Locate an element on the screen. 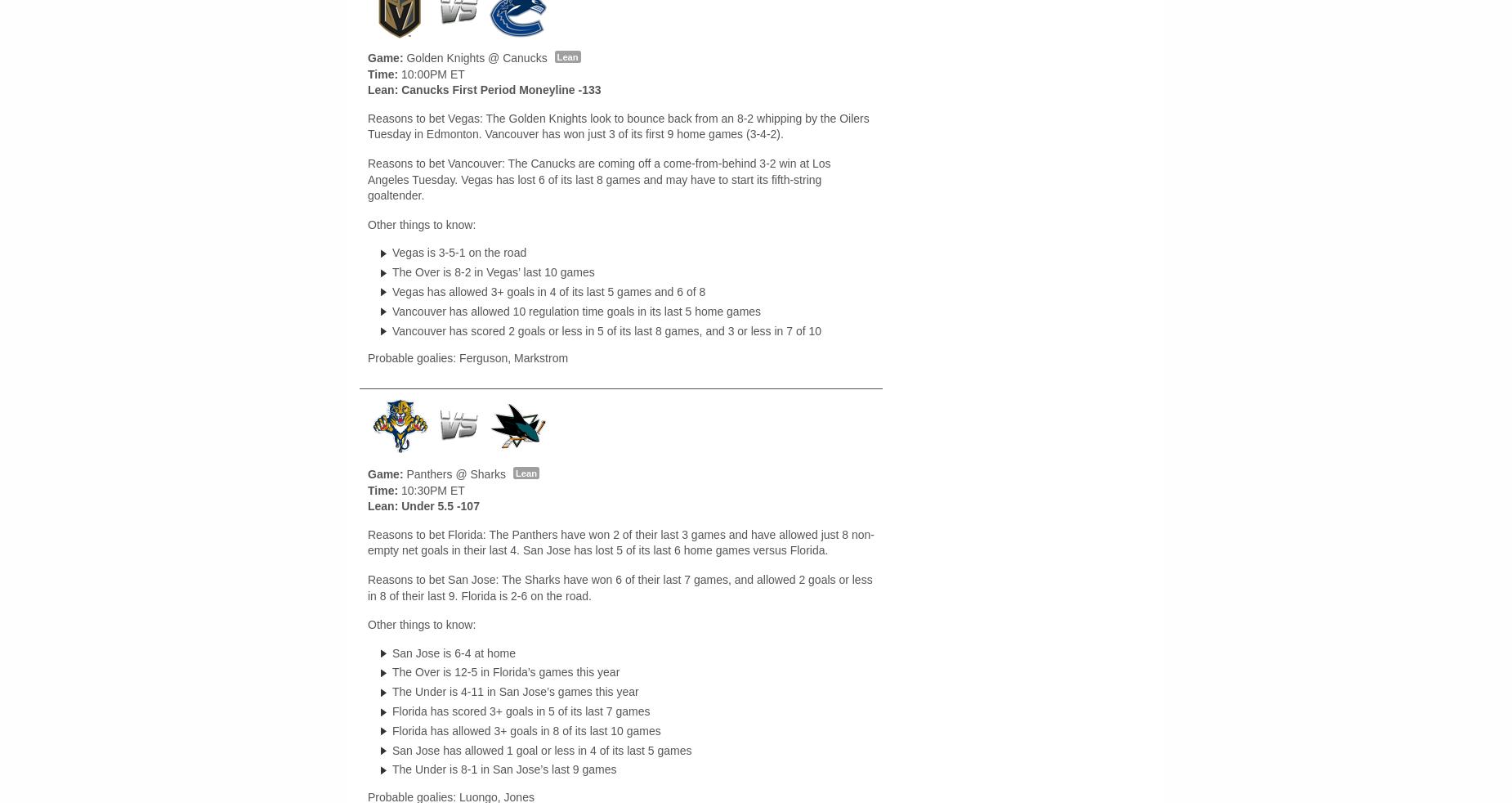  'Probable goalies: Ferguson, Markstrom' is located at coordinates (467, 357).